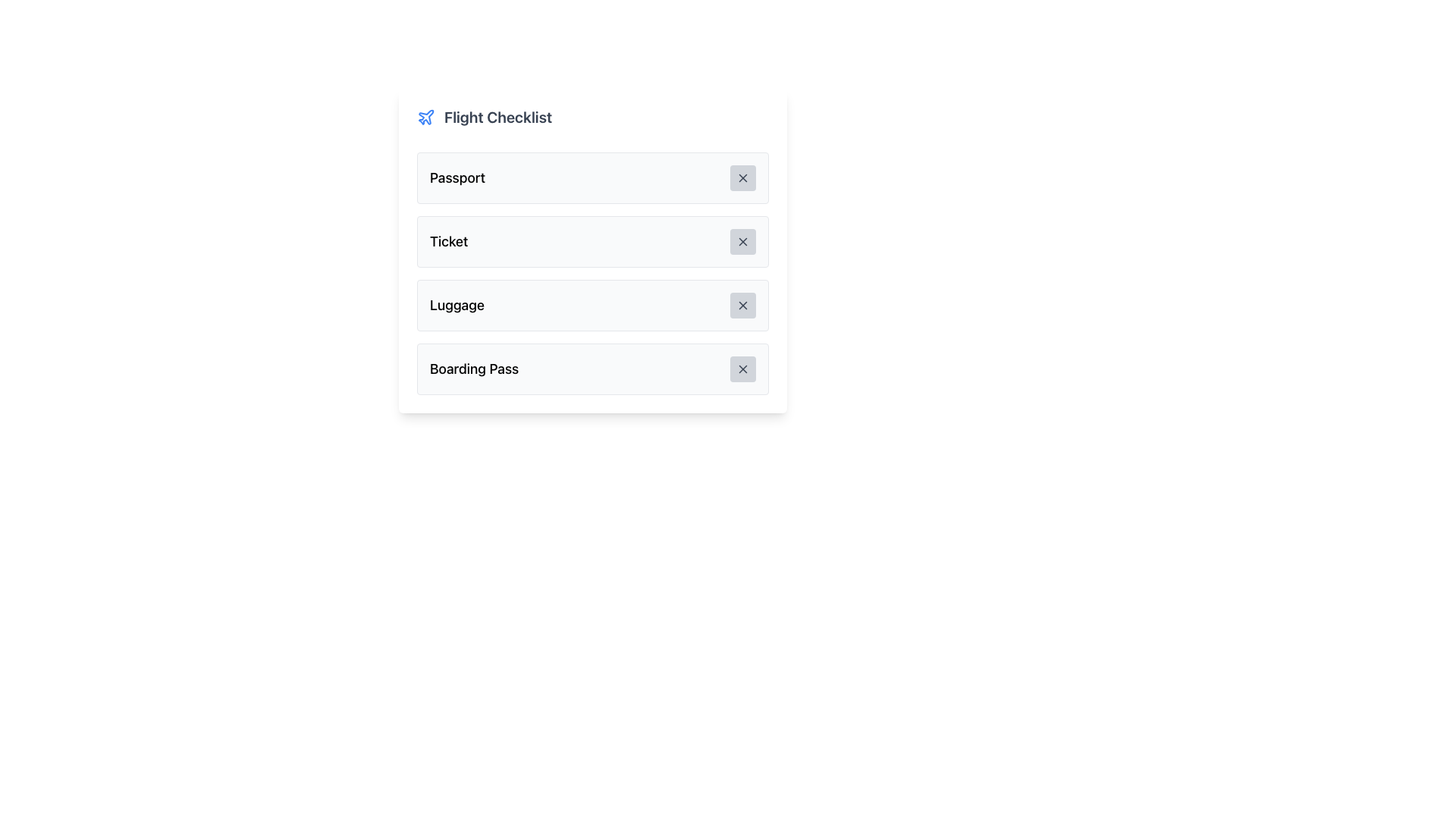 Image resolution: width=1456 pixels, height=819 pixels. What do you see at coordinates (742, 177) in the screenshot?
I see `the button located at the right end of the row labeled 'Passport' in the checklist` at bounding box center [742, 177].